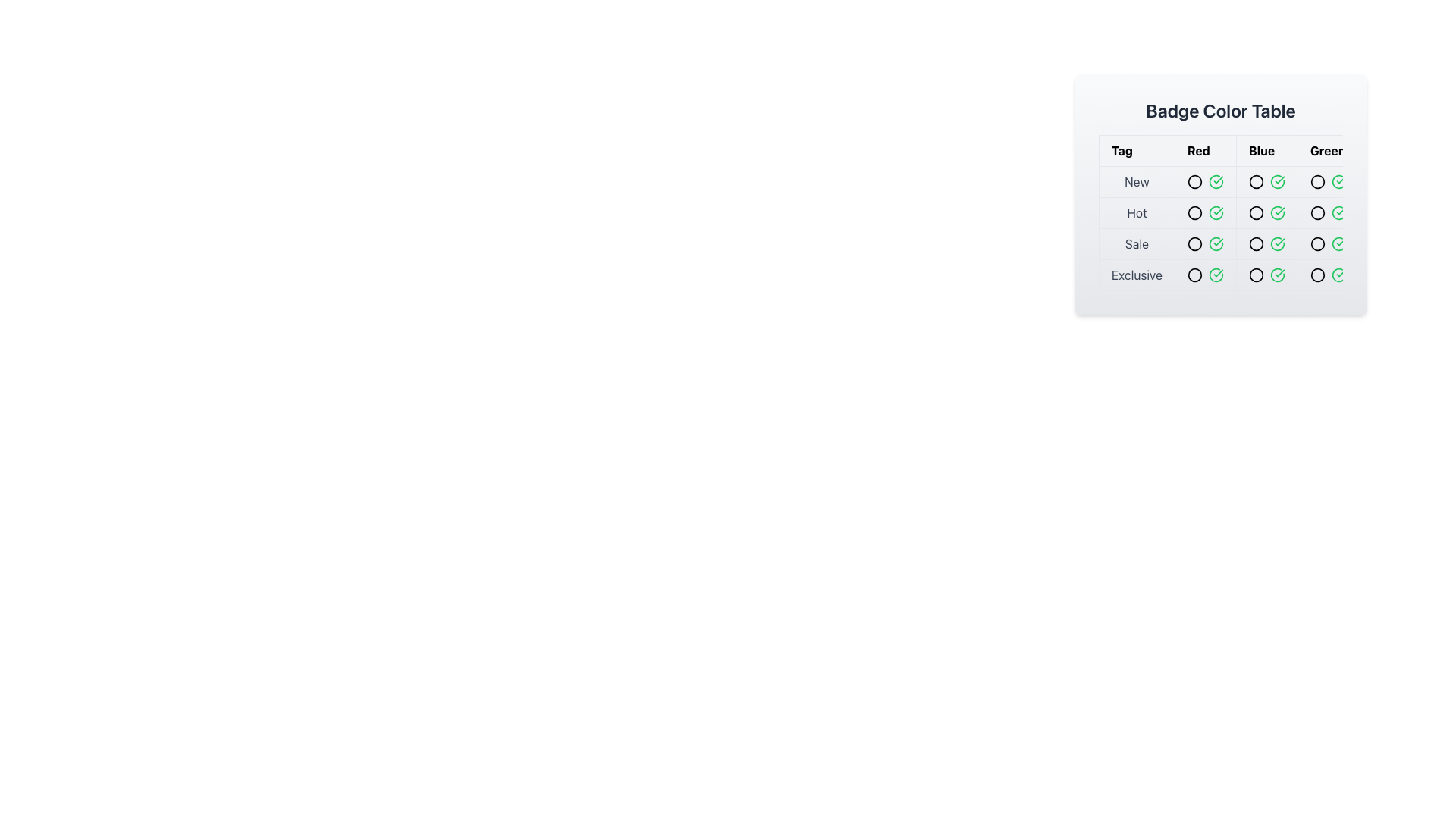 Image resolution: width=1456 pixels, height=819 pixels. I want to click on the 'Exclusive' badge icon in the 'Green' category located in the last row of the table, so click(1216, 275).